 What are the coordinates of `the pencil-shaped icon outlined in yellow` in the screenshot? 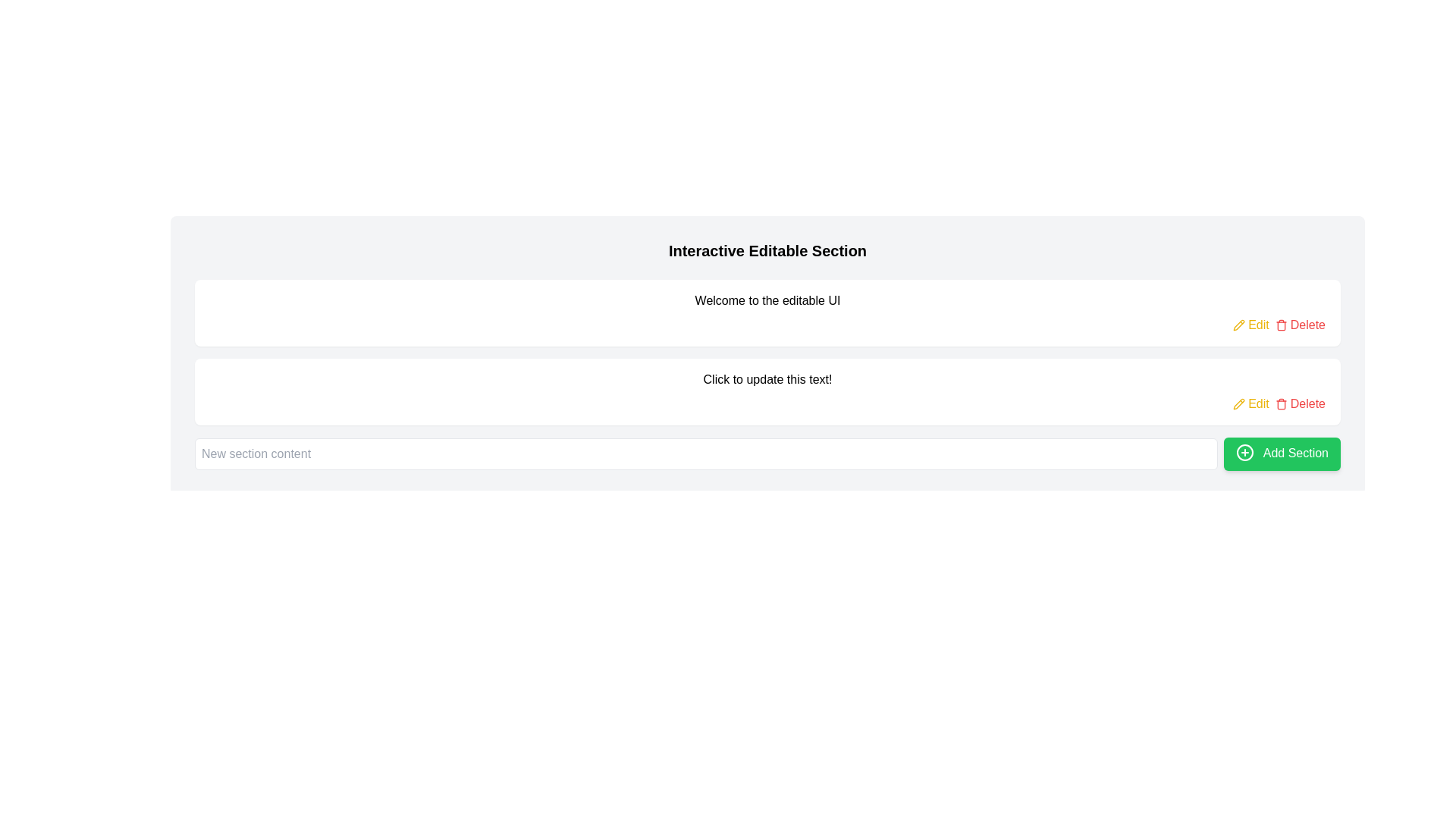 It's located at (1239, 324).